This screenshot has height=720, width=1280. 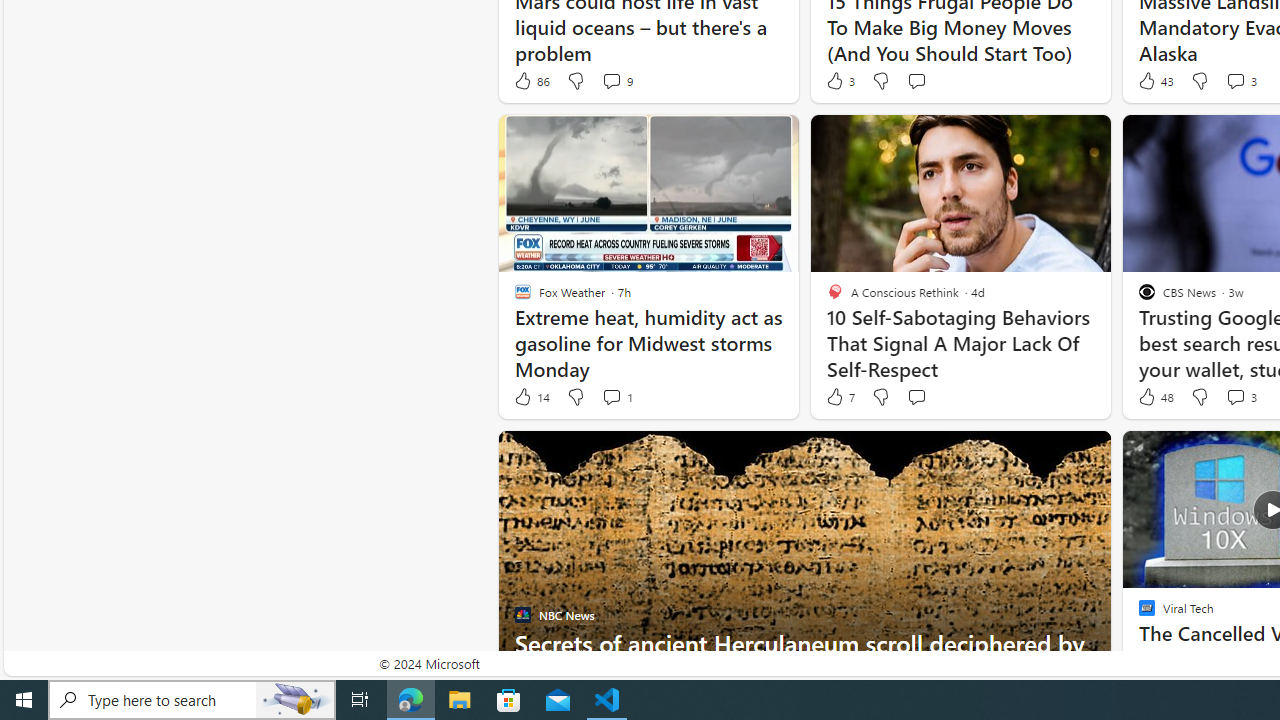 I want to click on 'Dislike', so click(x=1200, y=397).